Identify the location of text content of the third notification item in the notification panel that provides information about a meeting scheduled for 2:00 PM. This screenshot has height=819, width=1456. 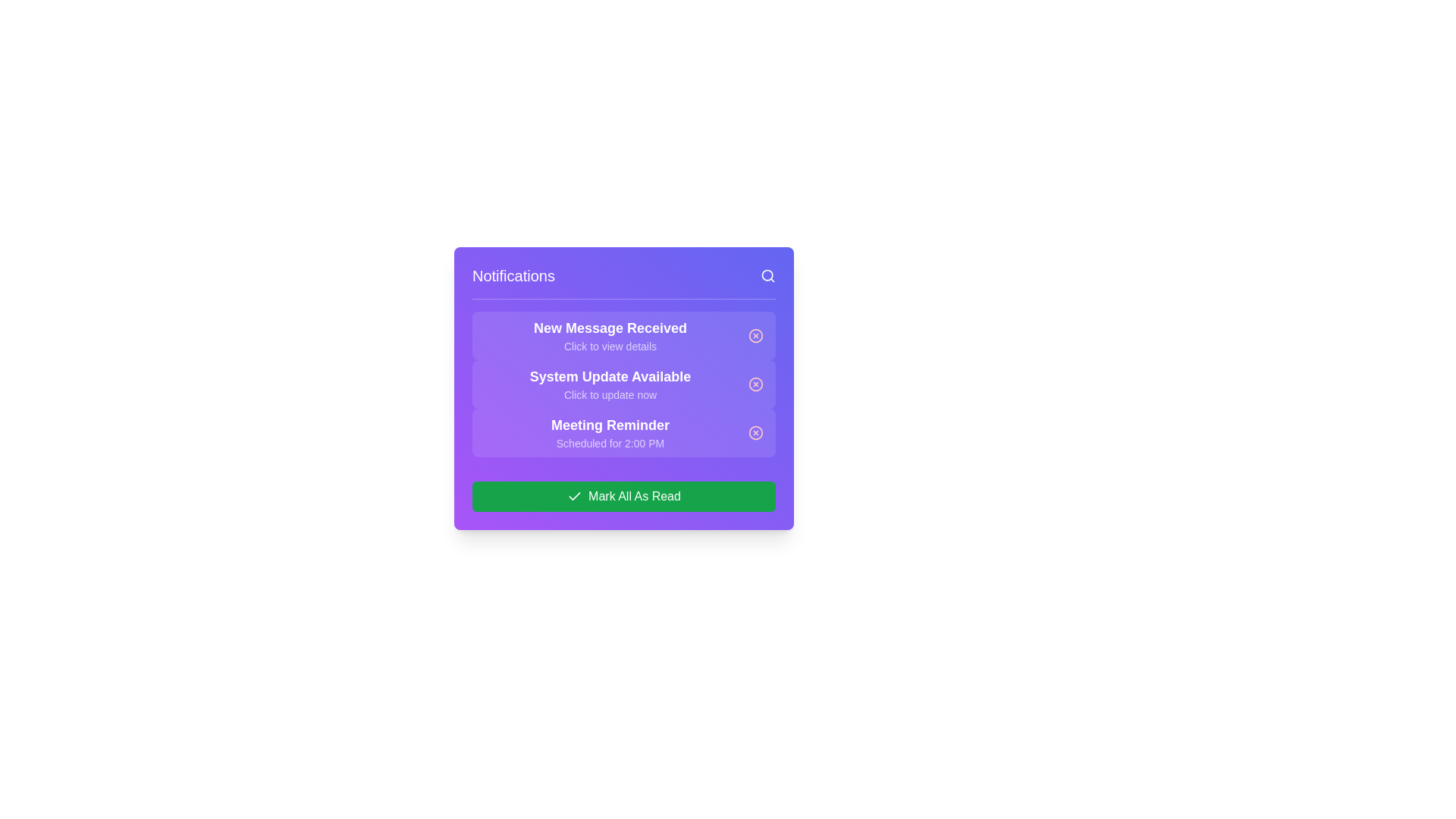
(610, 432).